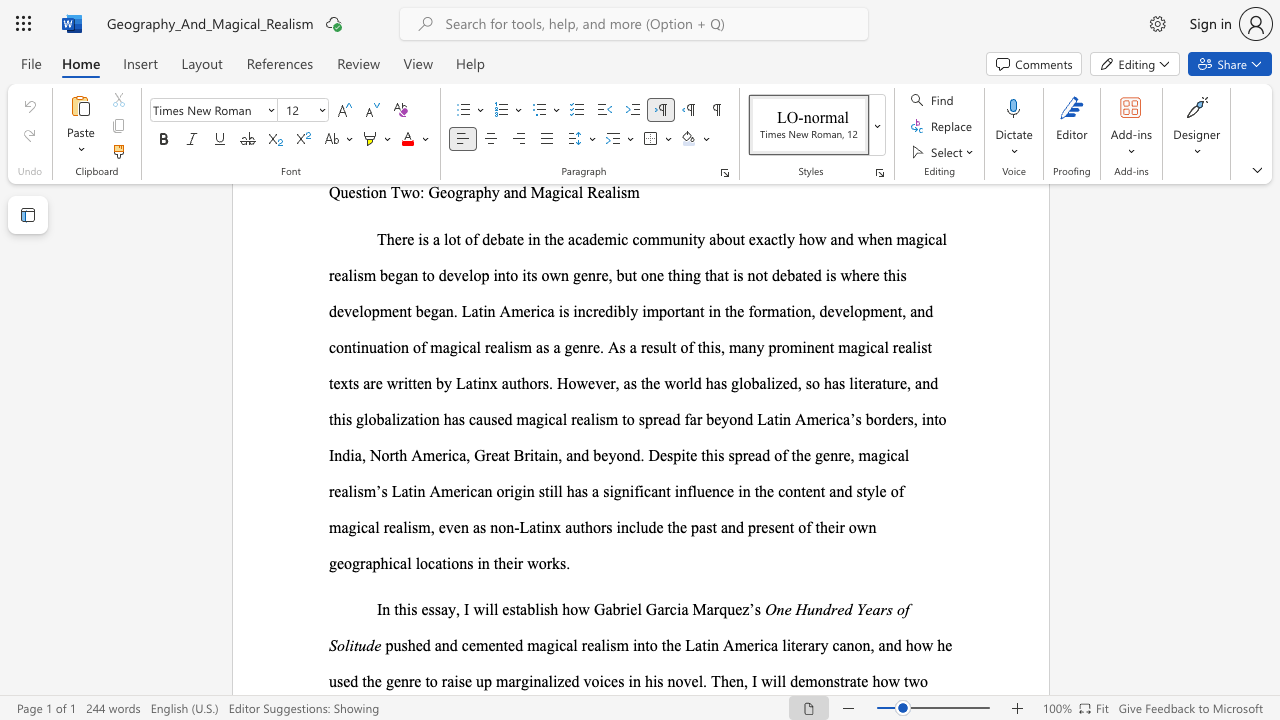 The width and height of the screenshot is (1280, 720). I want to click on the subset text "stion Two: Geo" within the text "Question Two: Geography and Magical Realism", so click(355, 192).